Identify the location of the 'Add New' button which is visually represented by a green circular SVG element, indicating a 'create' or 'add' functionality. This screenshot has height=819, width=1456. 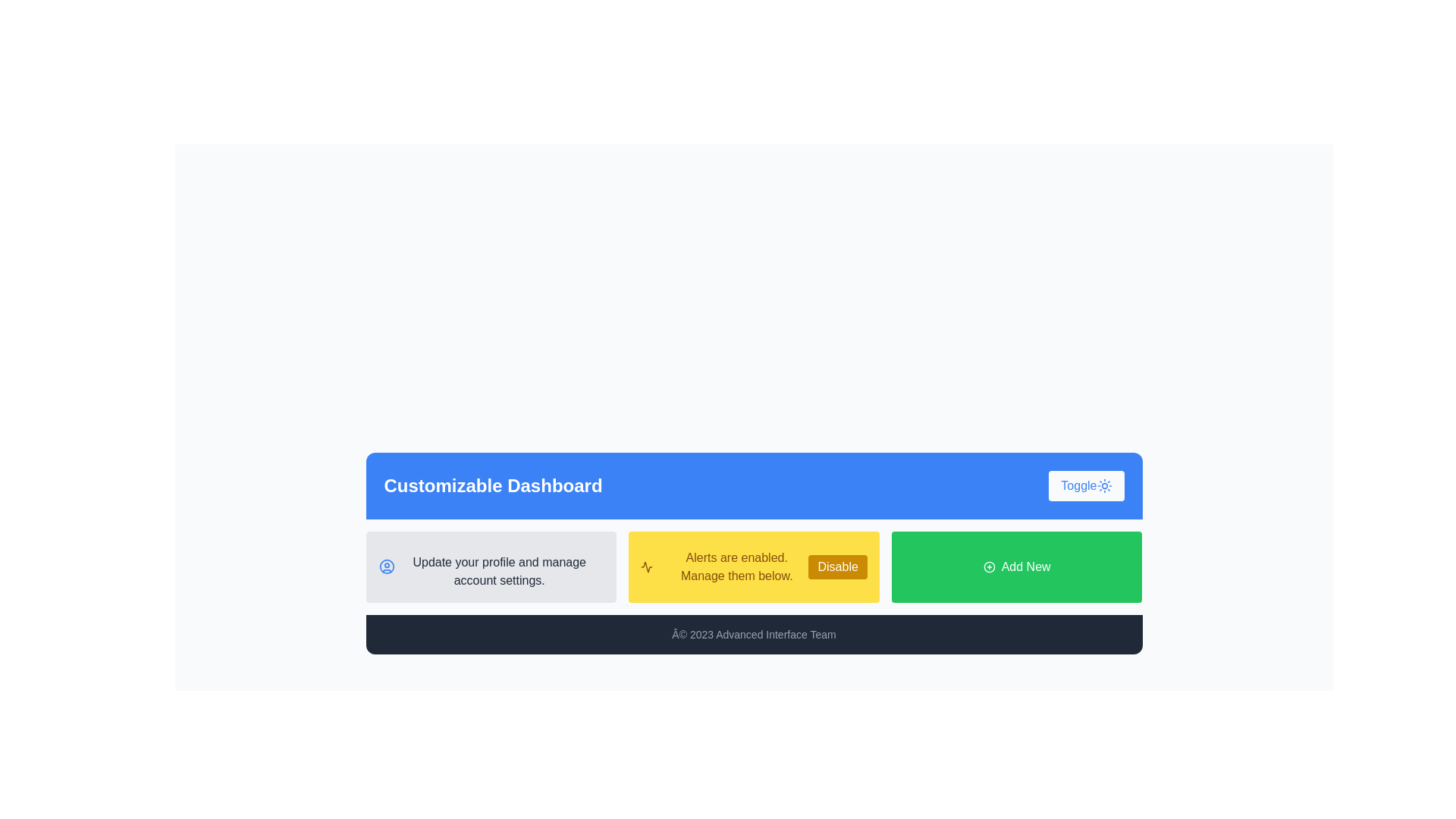
(989, 567).